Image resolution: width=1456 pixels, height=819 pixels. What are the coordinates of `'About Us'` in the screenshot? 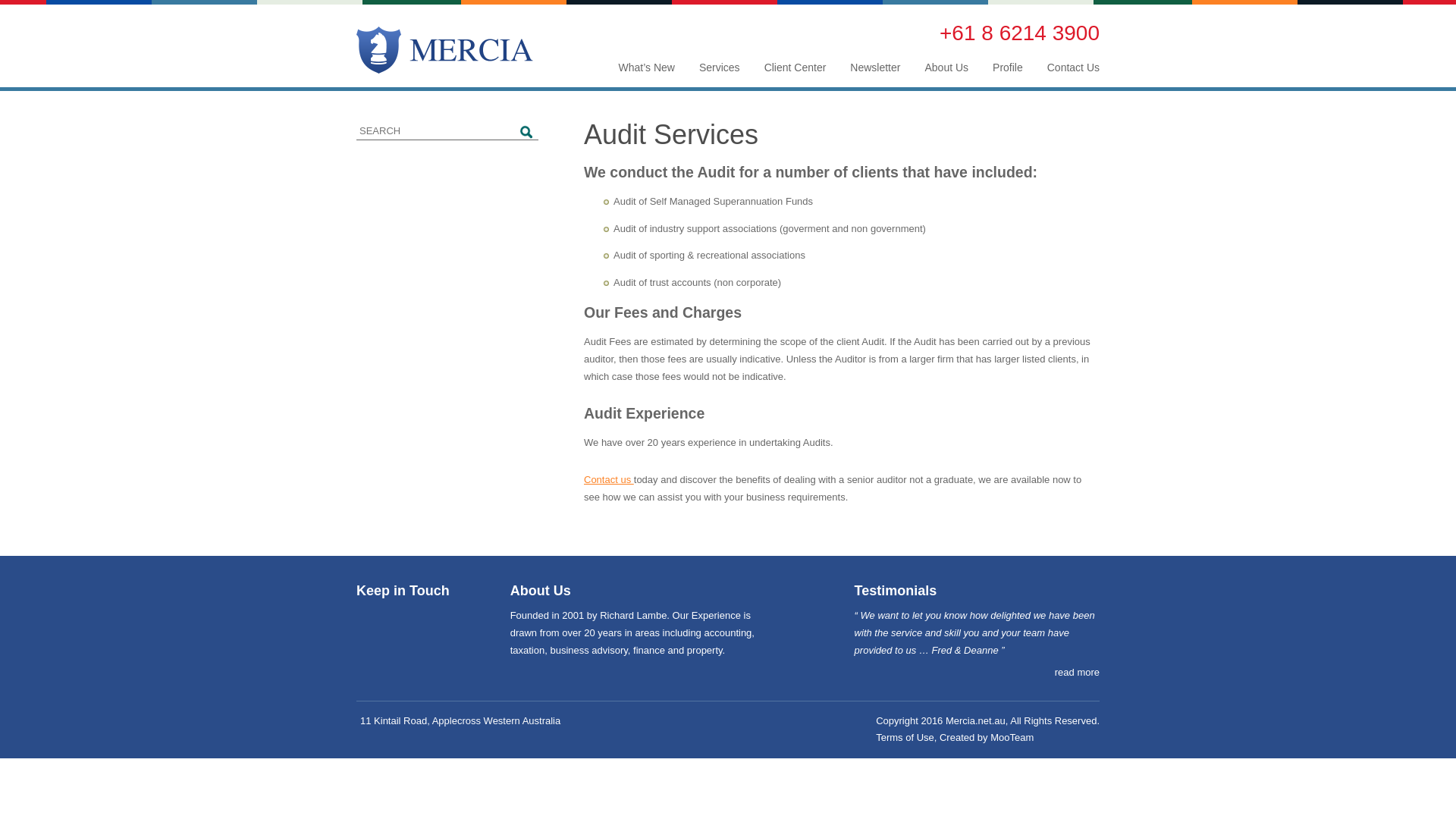 It's located at (946, 66).